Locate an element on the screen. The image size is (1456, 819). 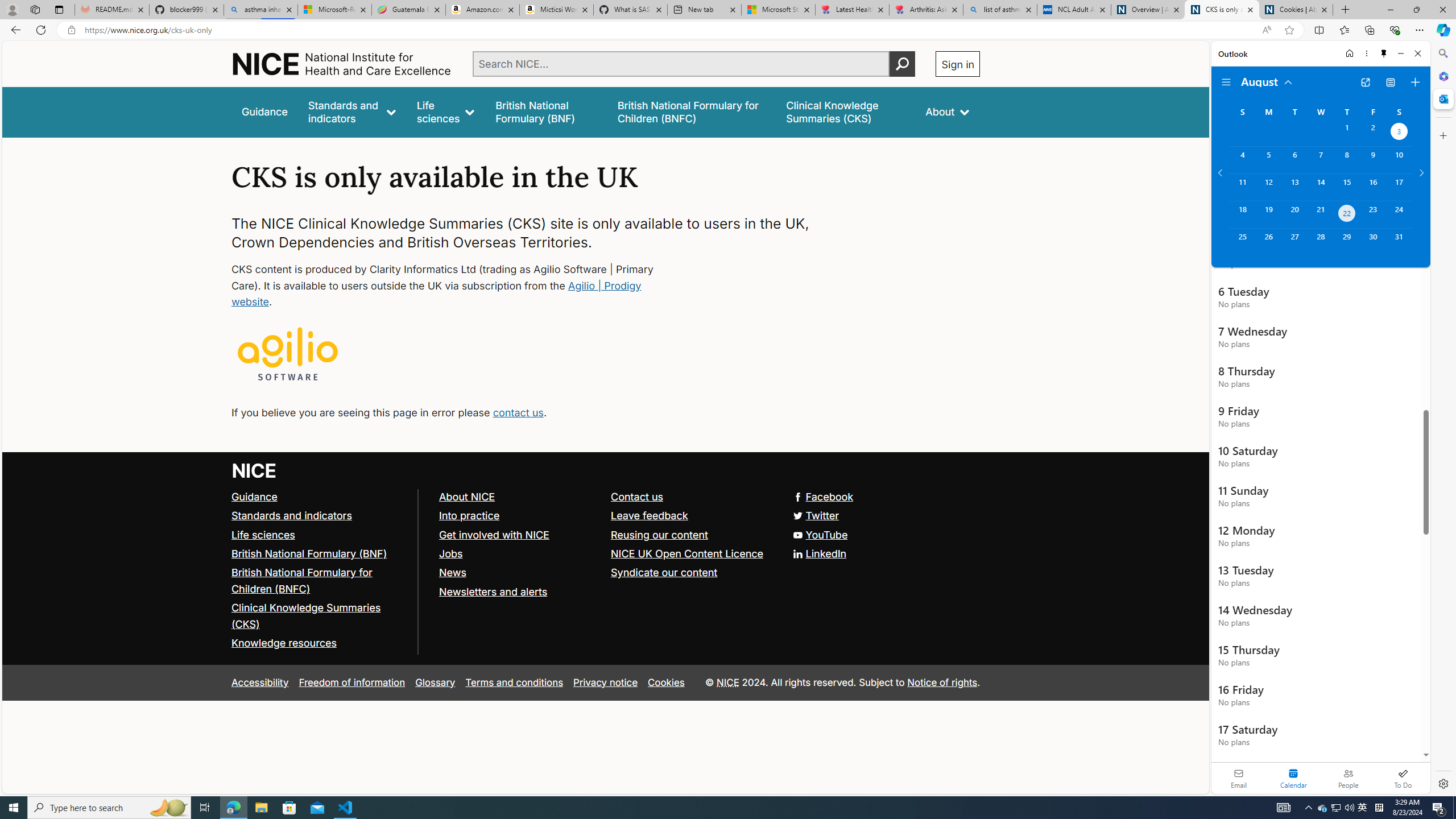
'Wednesday, August 21, 2024. ' is located at coordinates (1319, 214).